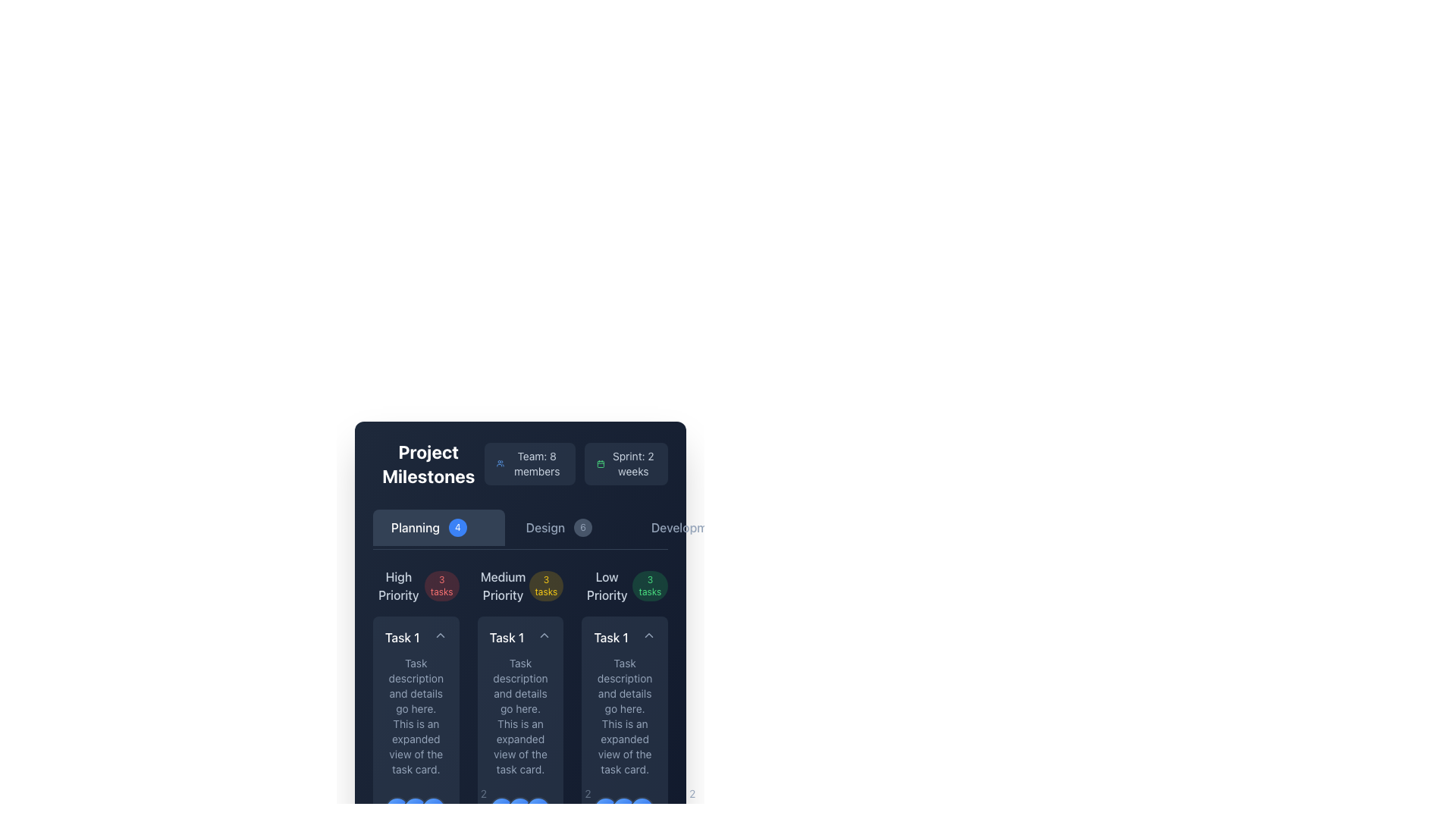  What do you see at coordinates (611, 637) in the screenshot?
I see `the 'Task 1' text label which is displayed in bold white font on a dark background, located in the rightmost column of the 'Project Milestones' section under the 'Low Priority' header` at bounding box center [611, 637].